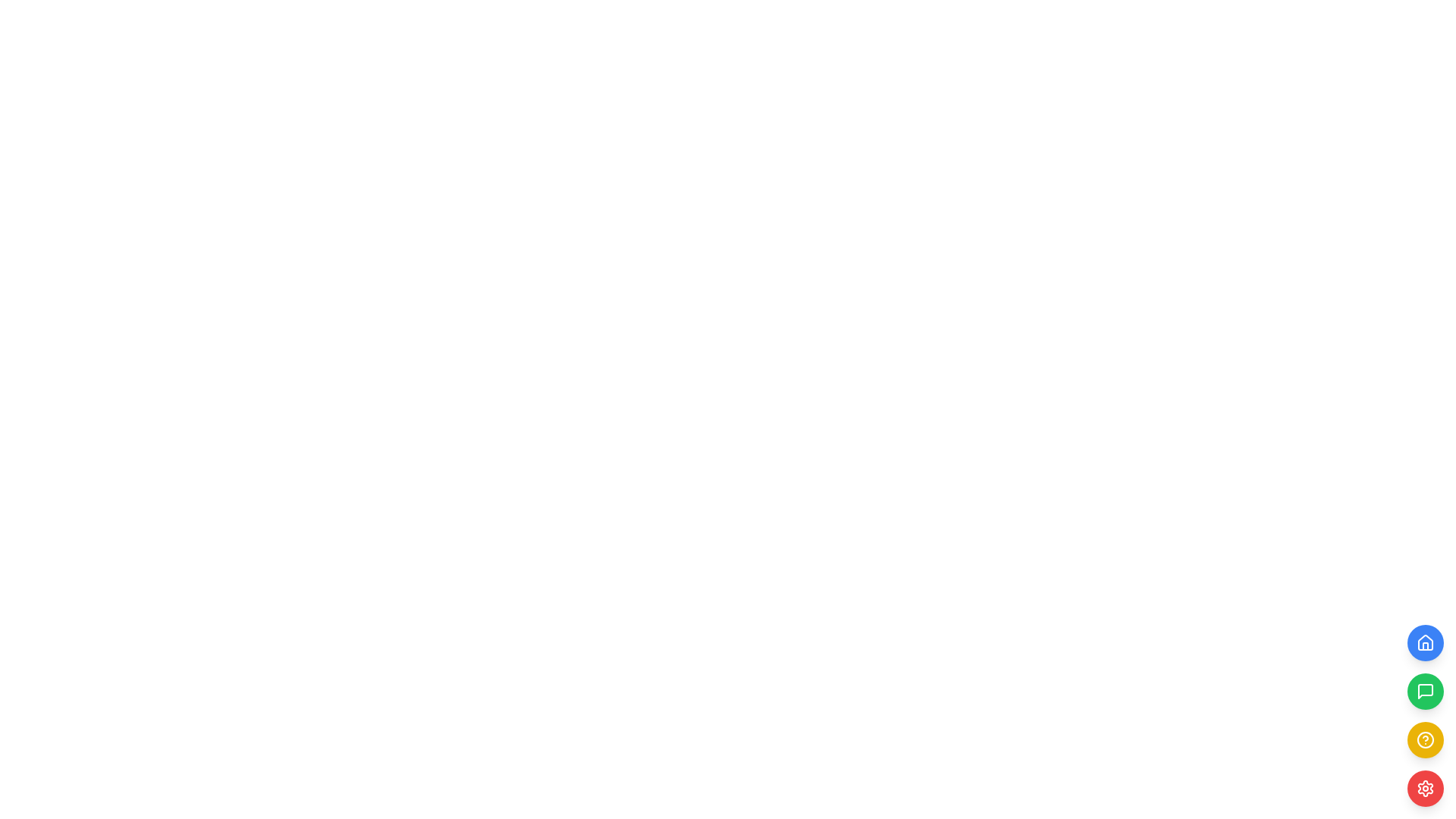  Describe the element at coordinates (1425, 691) in the screenshot. I see `the second circular icon button in a vertical row, located below the blue home button and above the yellow question button` at that location.